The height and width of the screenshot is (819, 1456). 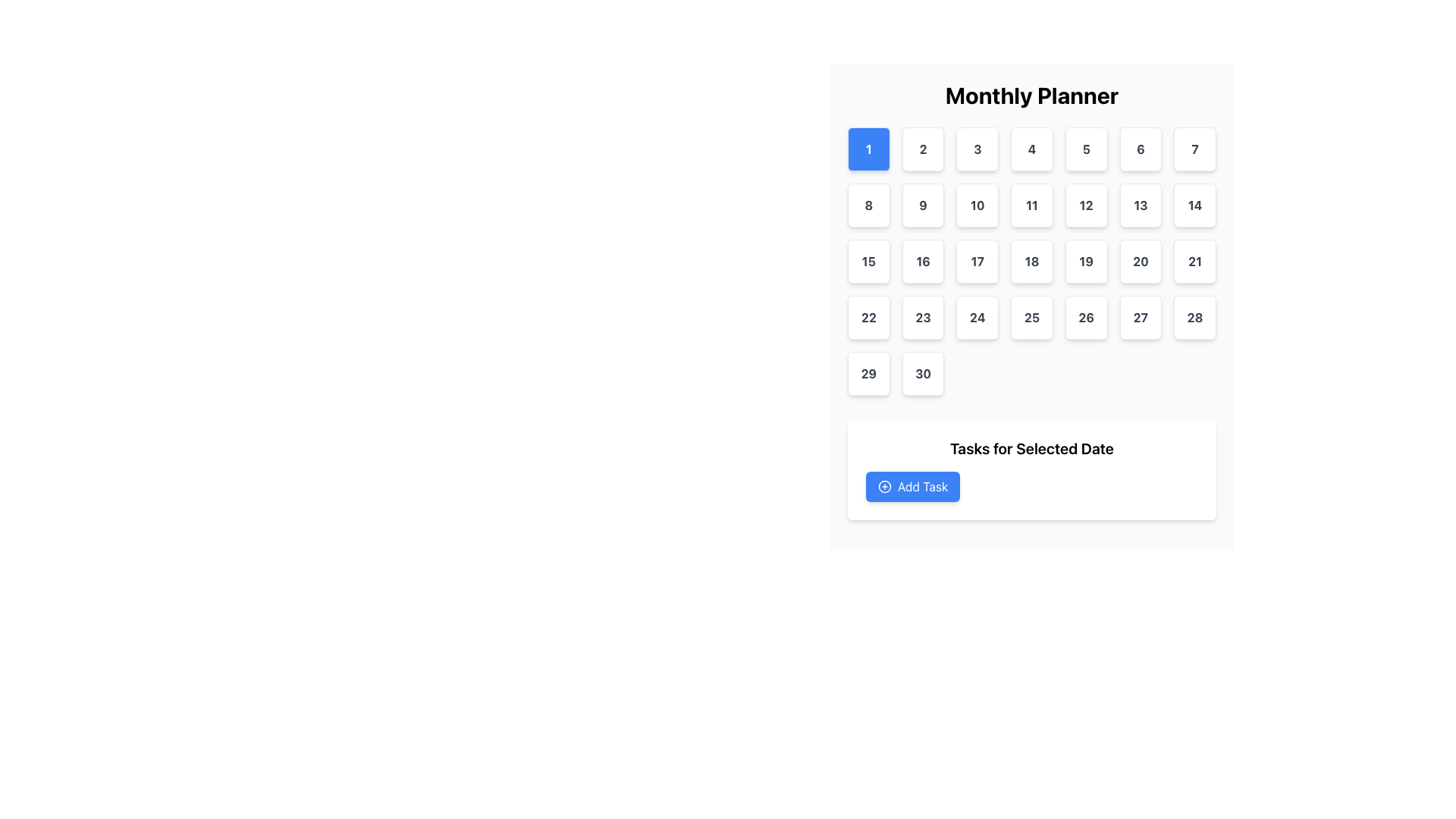 I want to click on the button representing a specific date in the calendar layout, located in the fourth row and fourth column below the 'Monthly Planner' label, so click(x=1031, y=317).